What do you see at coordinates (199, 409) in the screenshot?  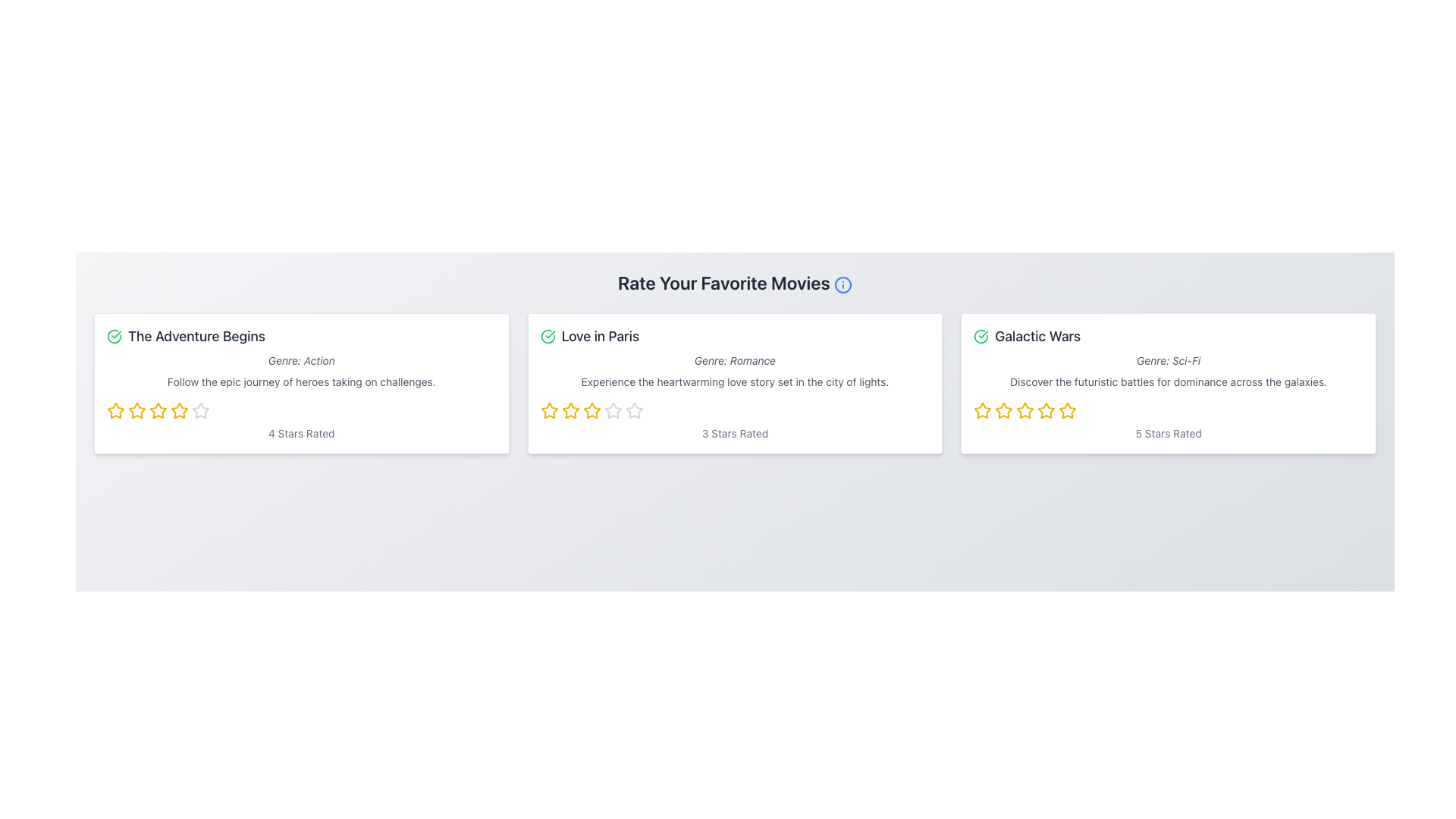 I see `the fourth star icon for rating in the movie 'The Adventure Begins'` at bounding box center [199, 409].